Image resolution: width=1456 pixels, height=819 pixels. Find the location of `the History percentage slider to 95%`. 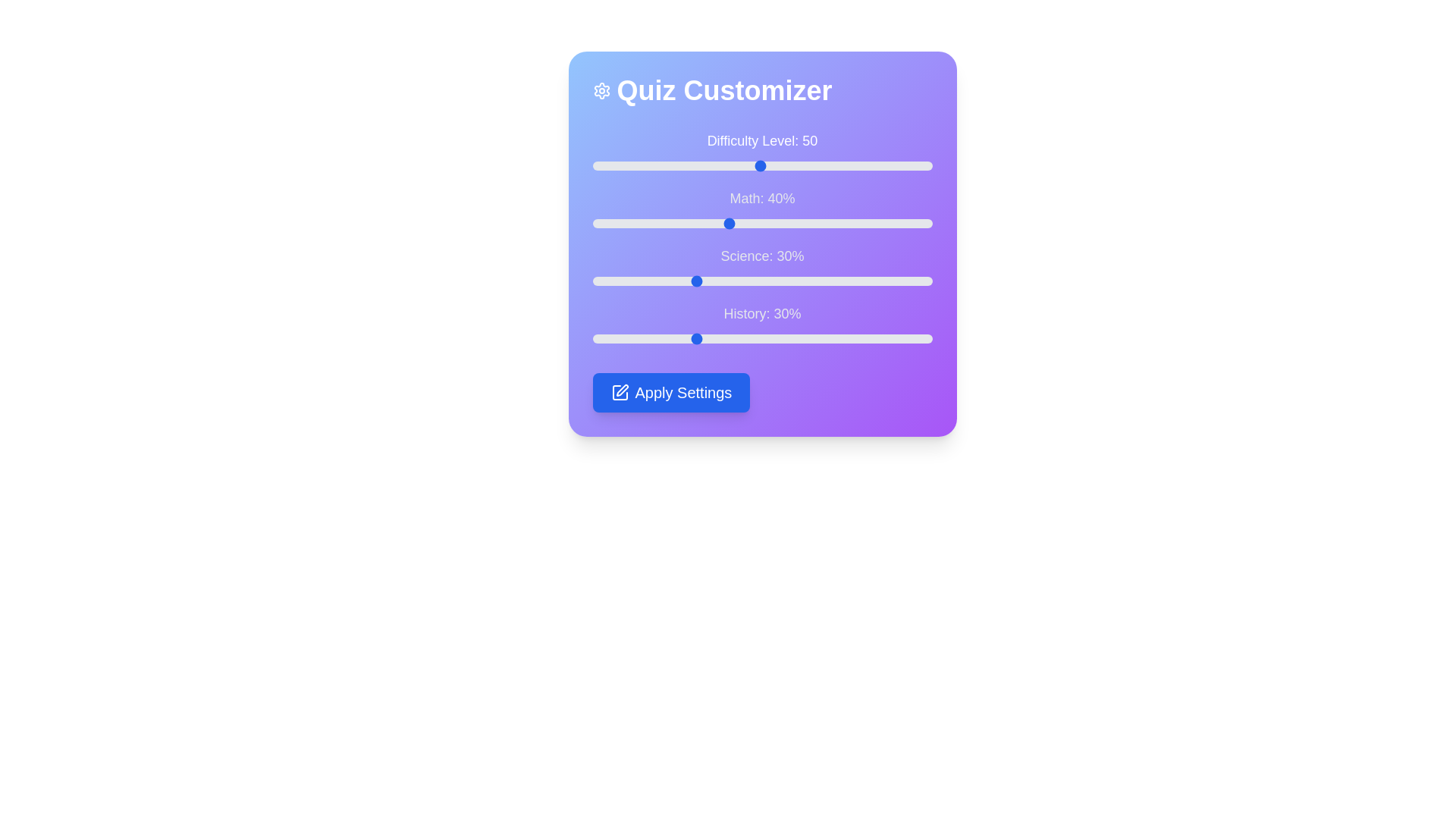

the History percentage slider to 95% is located at coordinates (915, 338).